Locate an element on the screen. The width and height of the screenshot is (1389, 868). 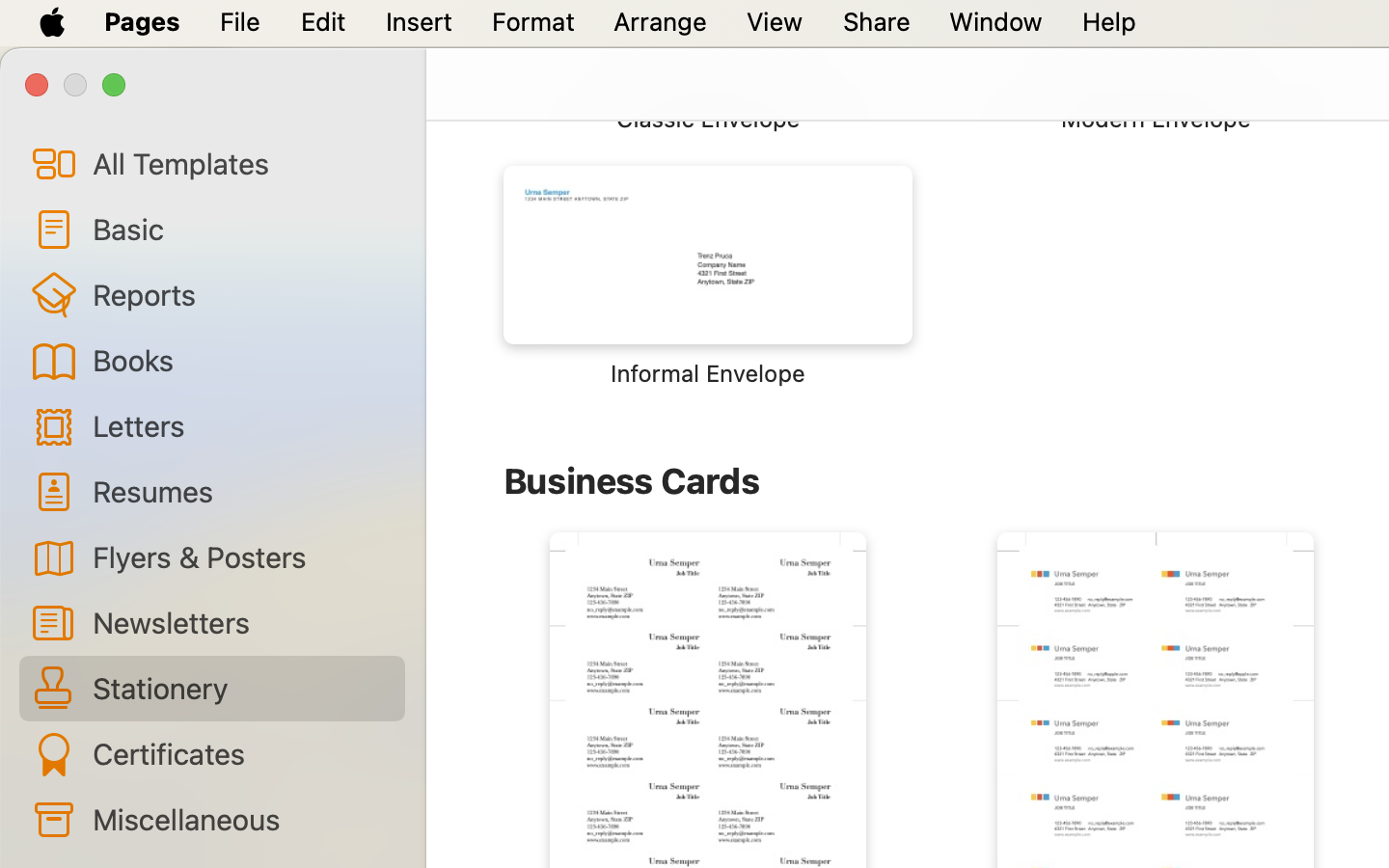
'All Templates' is located at coordinates (239, 163).